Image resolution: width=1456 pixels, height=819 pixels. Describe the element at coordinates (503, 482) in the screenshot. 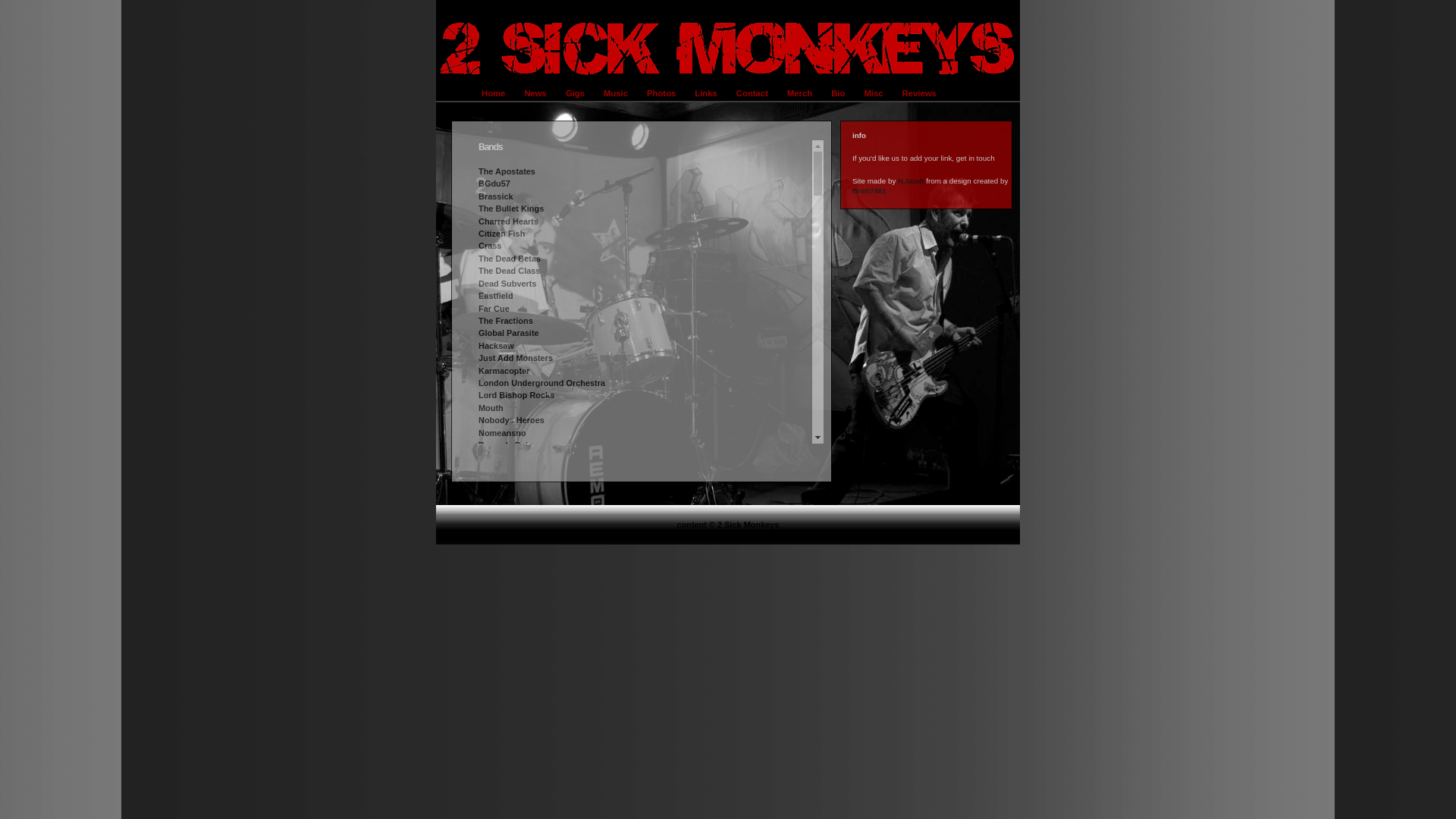

I see `'The Restarts'` at that location.